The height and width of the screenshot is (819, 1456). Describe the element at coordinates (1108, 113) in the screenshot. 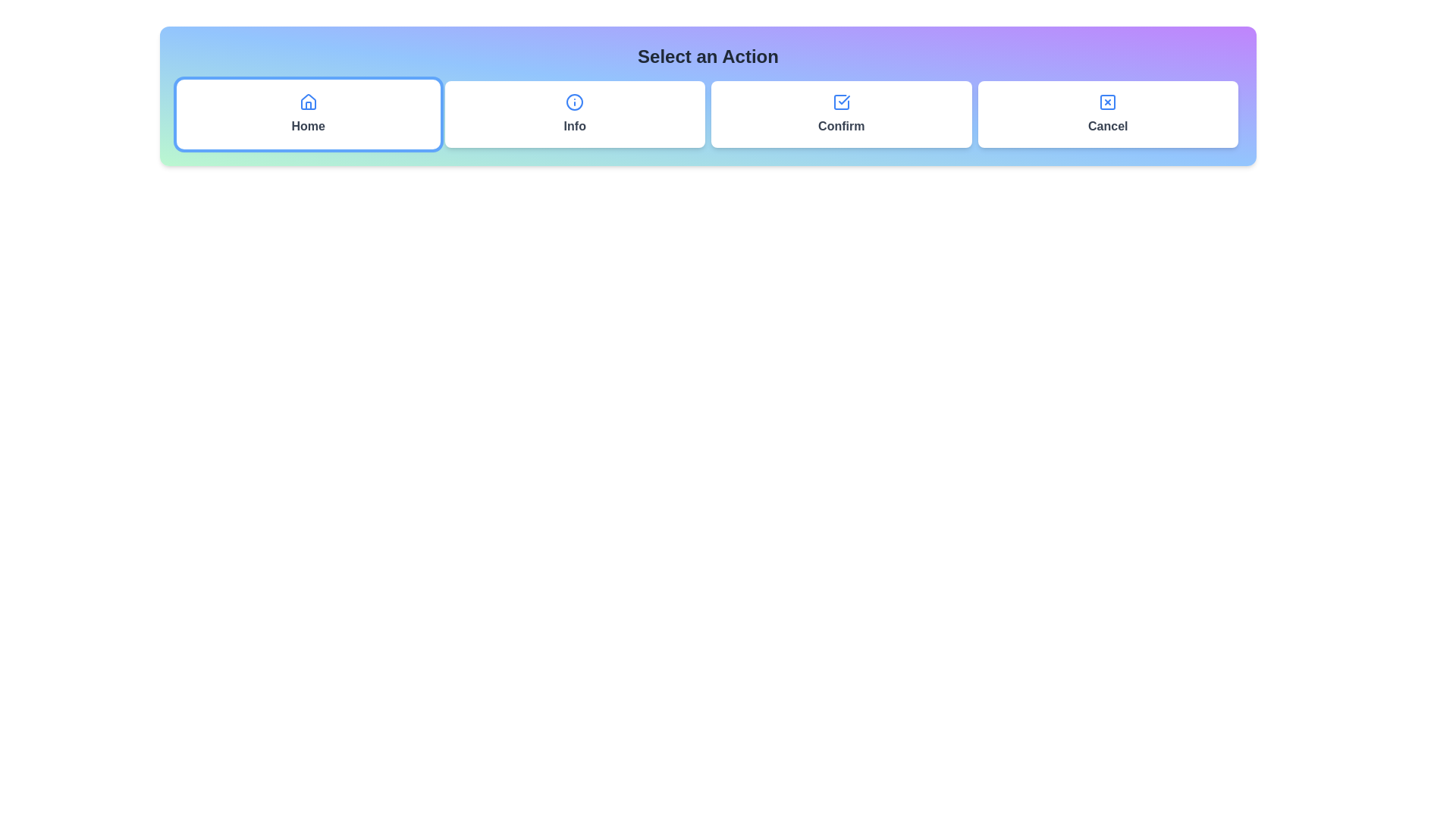

I see `the Cancel button to change the active icon` at that location.